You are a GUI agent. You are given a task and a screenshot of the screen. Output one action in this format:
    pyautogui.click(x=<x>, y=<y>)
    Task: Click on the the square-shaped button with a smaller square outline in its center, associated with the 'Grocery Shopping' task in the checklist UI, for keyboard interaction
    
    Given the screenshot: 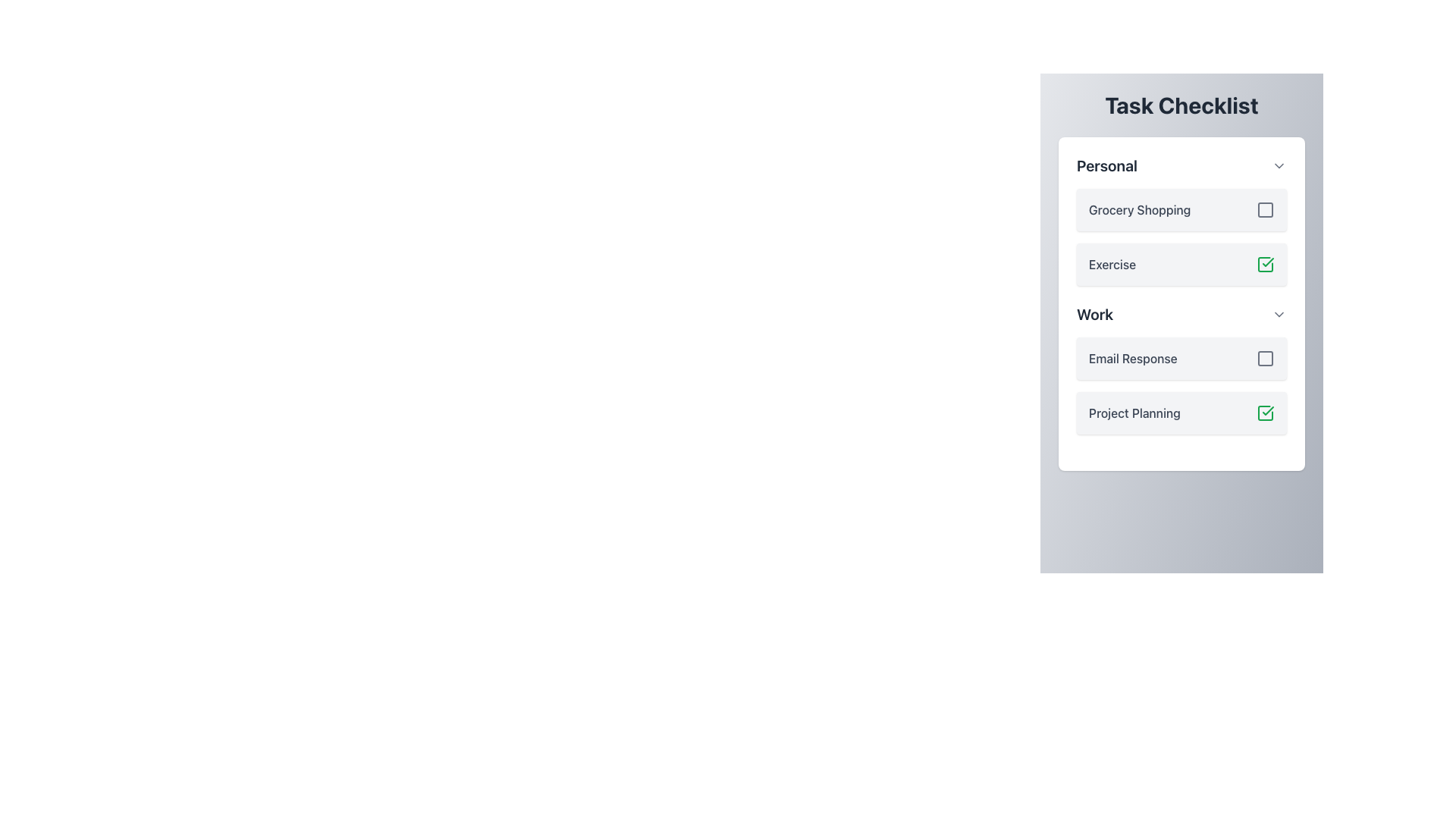 What is the action you would take?
    pyautogui.click(x=1266, y=210)
    